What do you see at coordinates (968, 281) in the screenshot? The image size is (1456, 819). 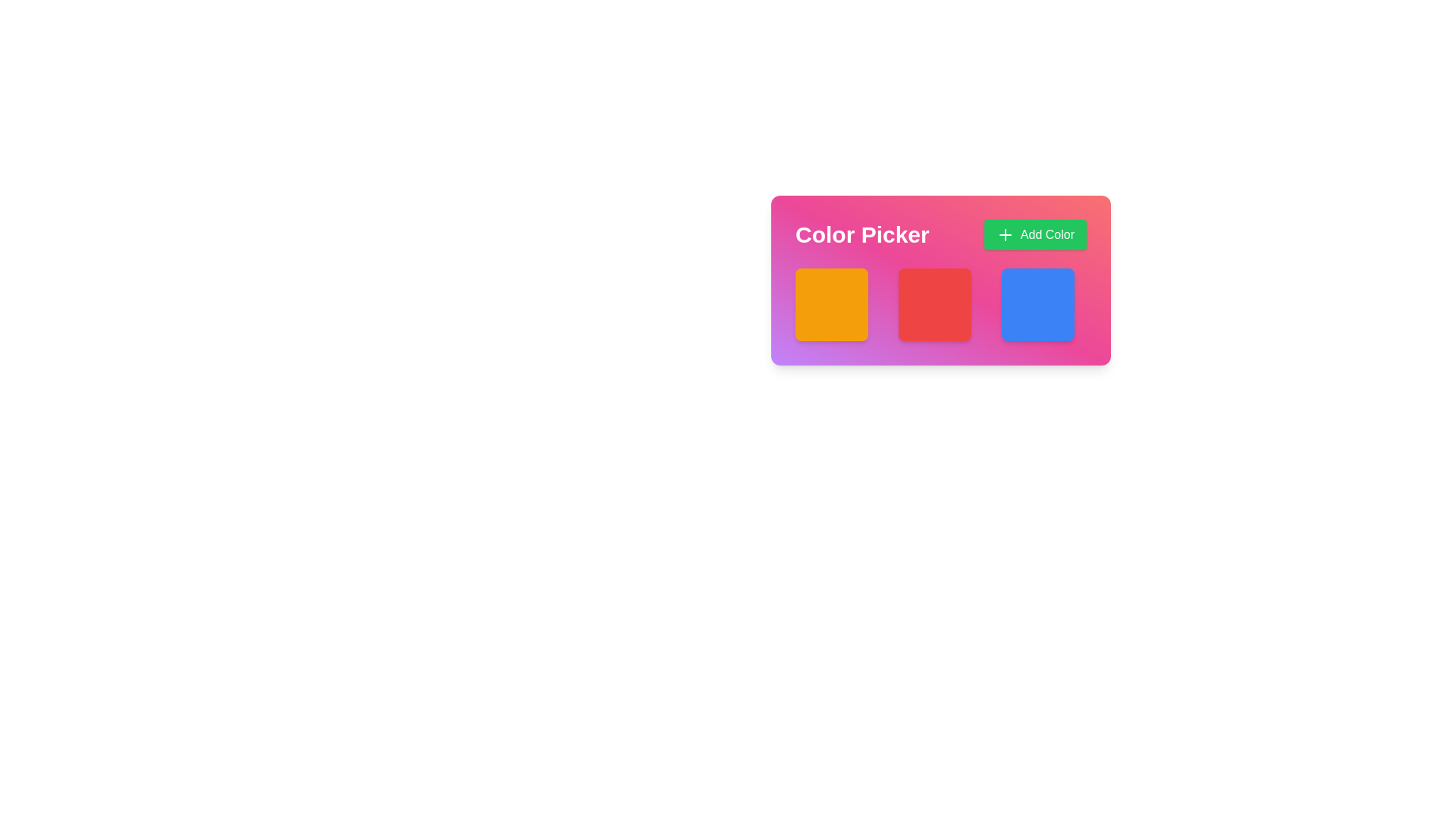 I see `the delete button located in the top-right corner of the red square block within the 'Color Picker' interface` at bounding box center [968, 281].